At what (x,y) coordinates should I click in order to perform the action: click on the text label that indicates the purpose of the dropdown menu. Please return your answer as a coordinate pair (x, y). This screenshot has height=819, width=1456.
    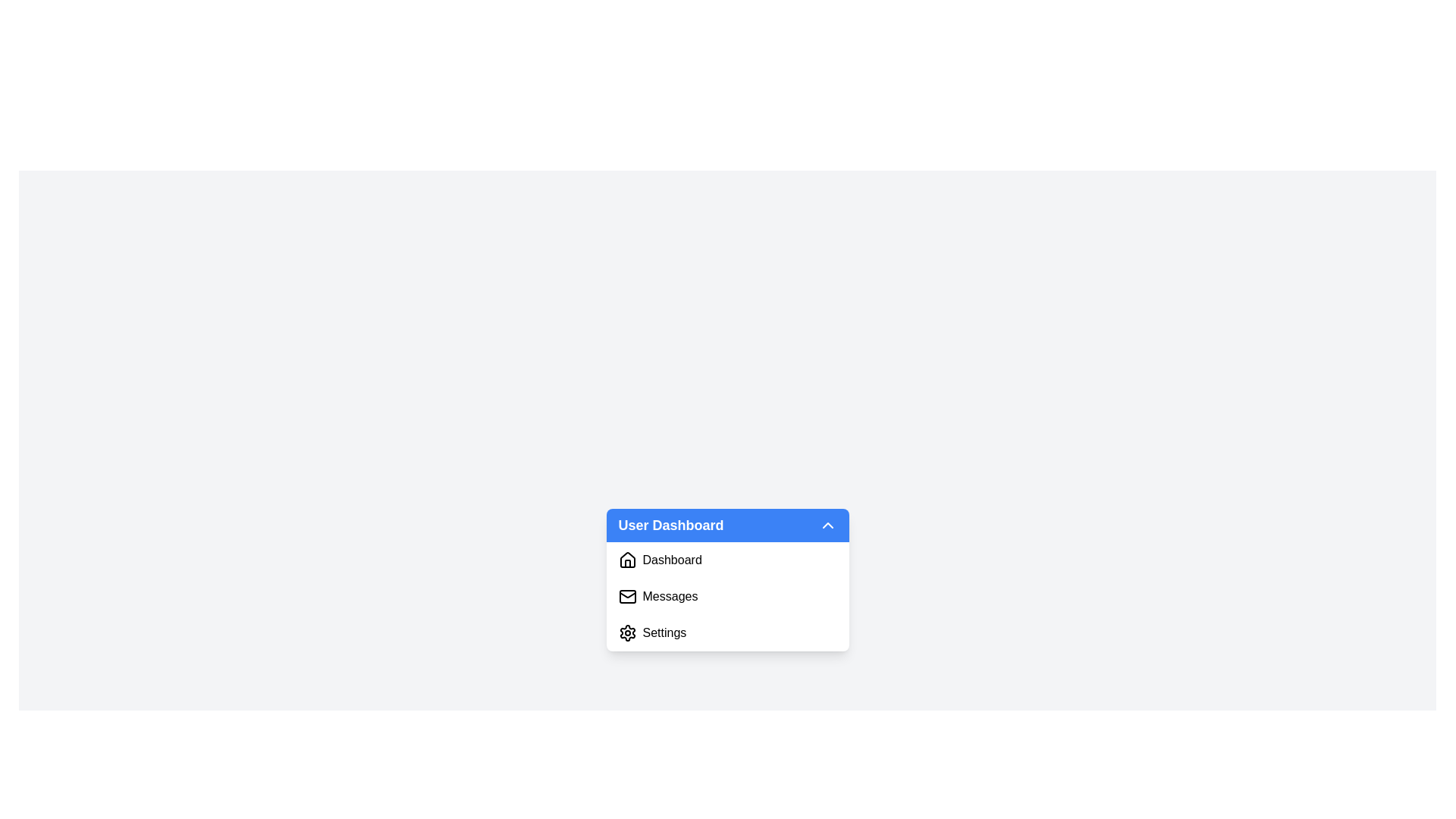
    Looking at the image, I should click on (670, 525).